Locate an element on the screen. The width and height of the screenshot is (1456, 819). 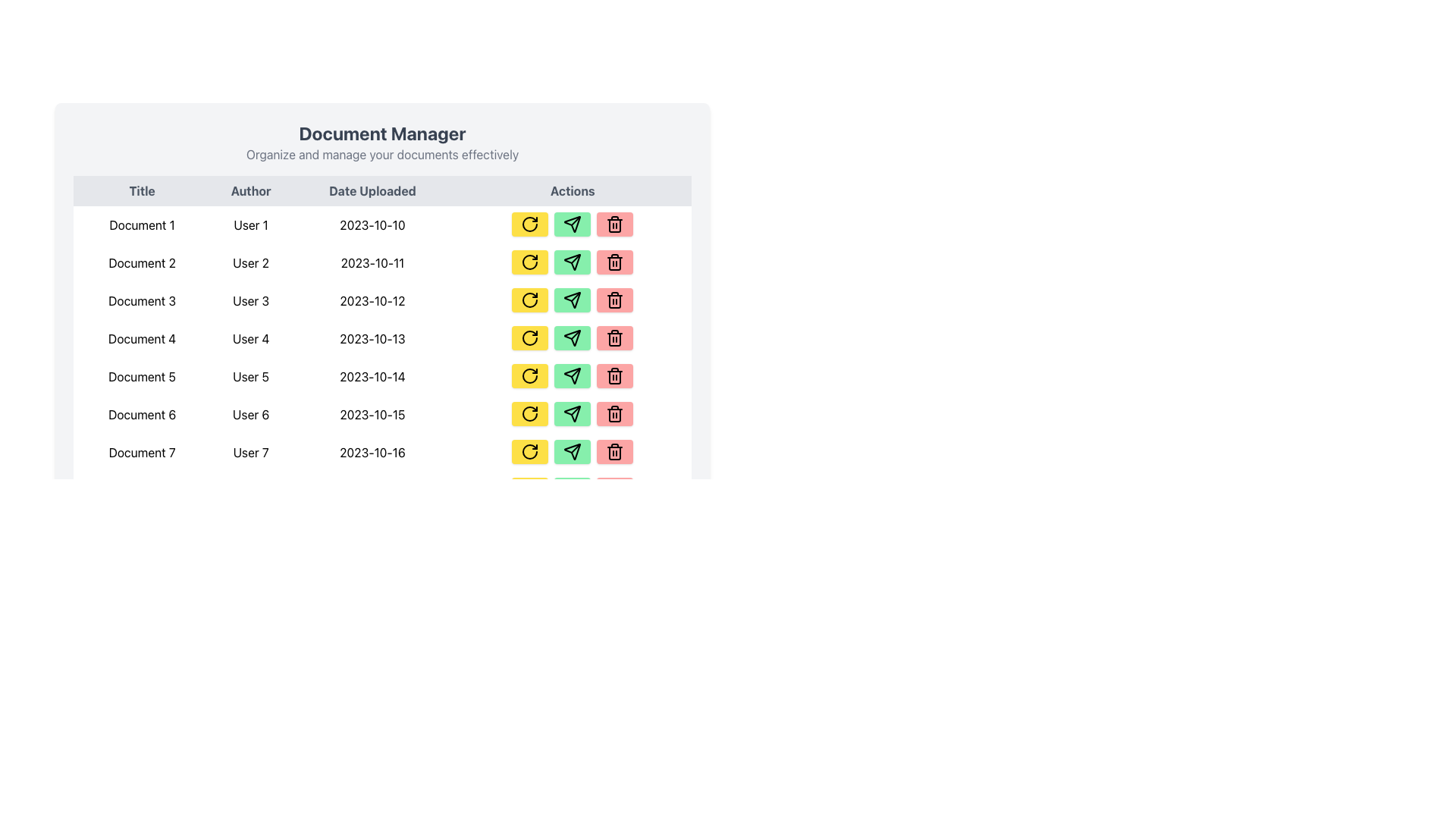
the 'send' button with a paper plane icon in the fifth row of the table for 'Document 5' is located at coordinates (572, 300).